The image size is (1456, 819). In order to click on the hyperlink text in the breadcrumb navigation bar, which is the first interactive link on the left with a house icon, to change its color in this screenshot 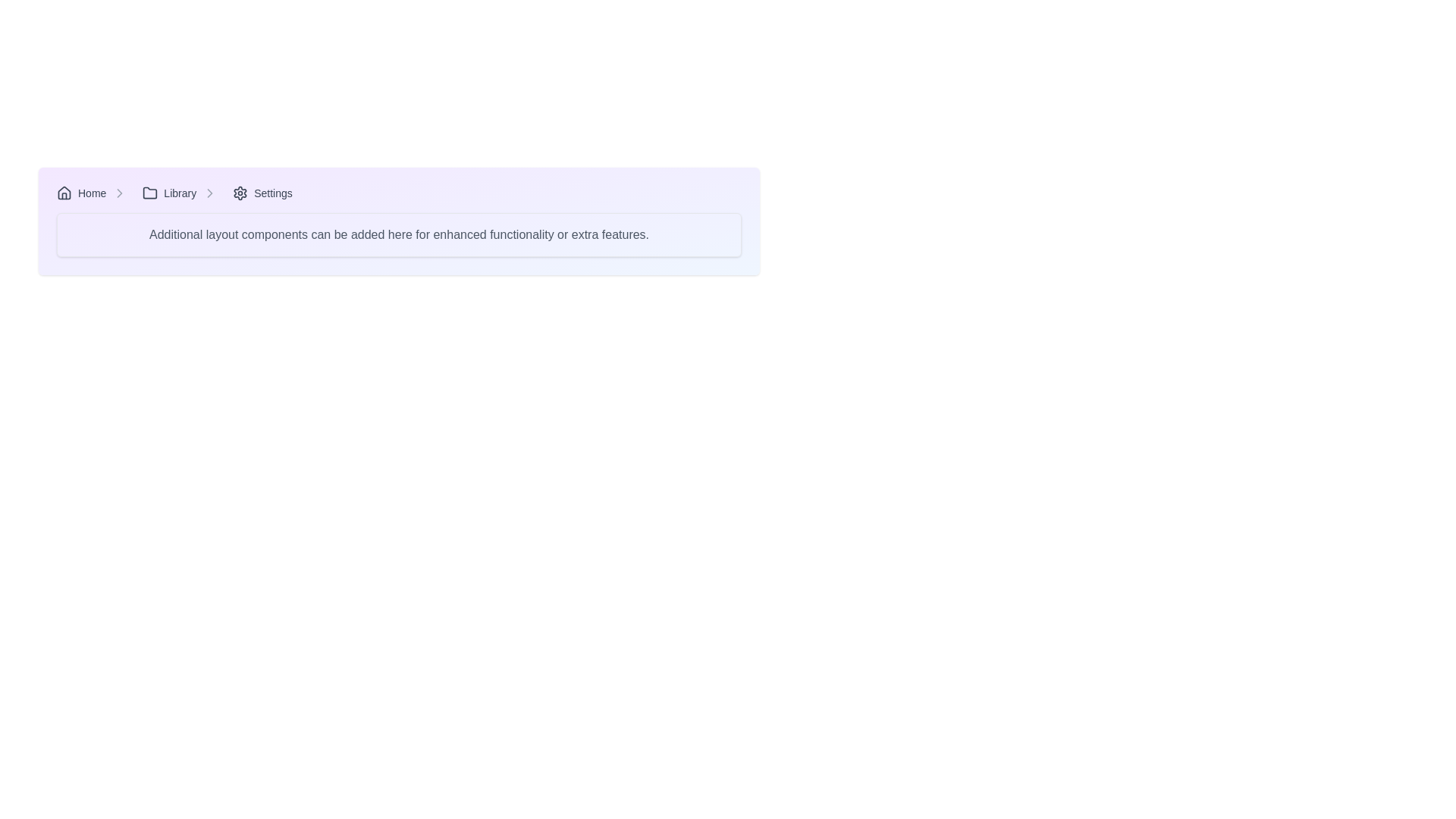, I will do `click(80, 192)`.